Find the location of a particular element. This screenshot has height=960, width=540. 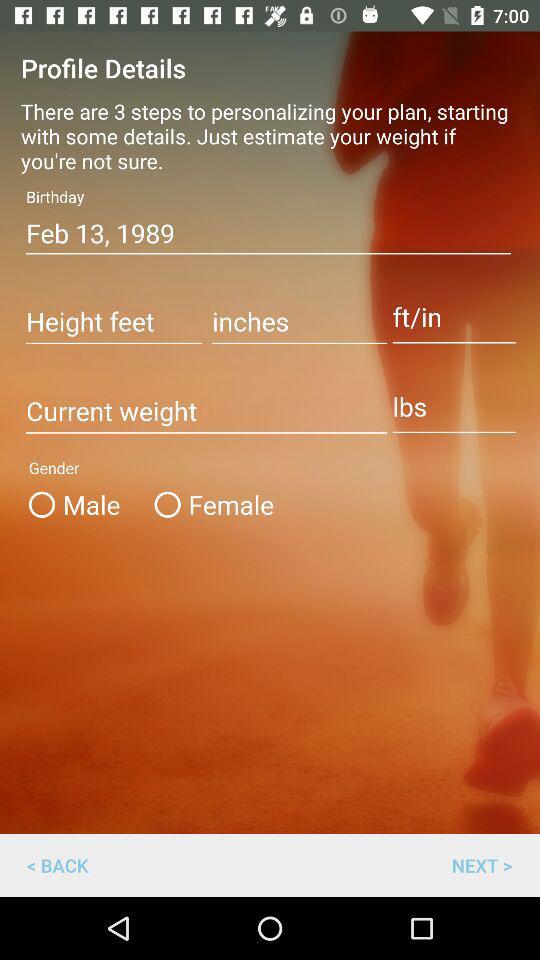

the current weight is located at coordinates (205, 411).